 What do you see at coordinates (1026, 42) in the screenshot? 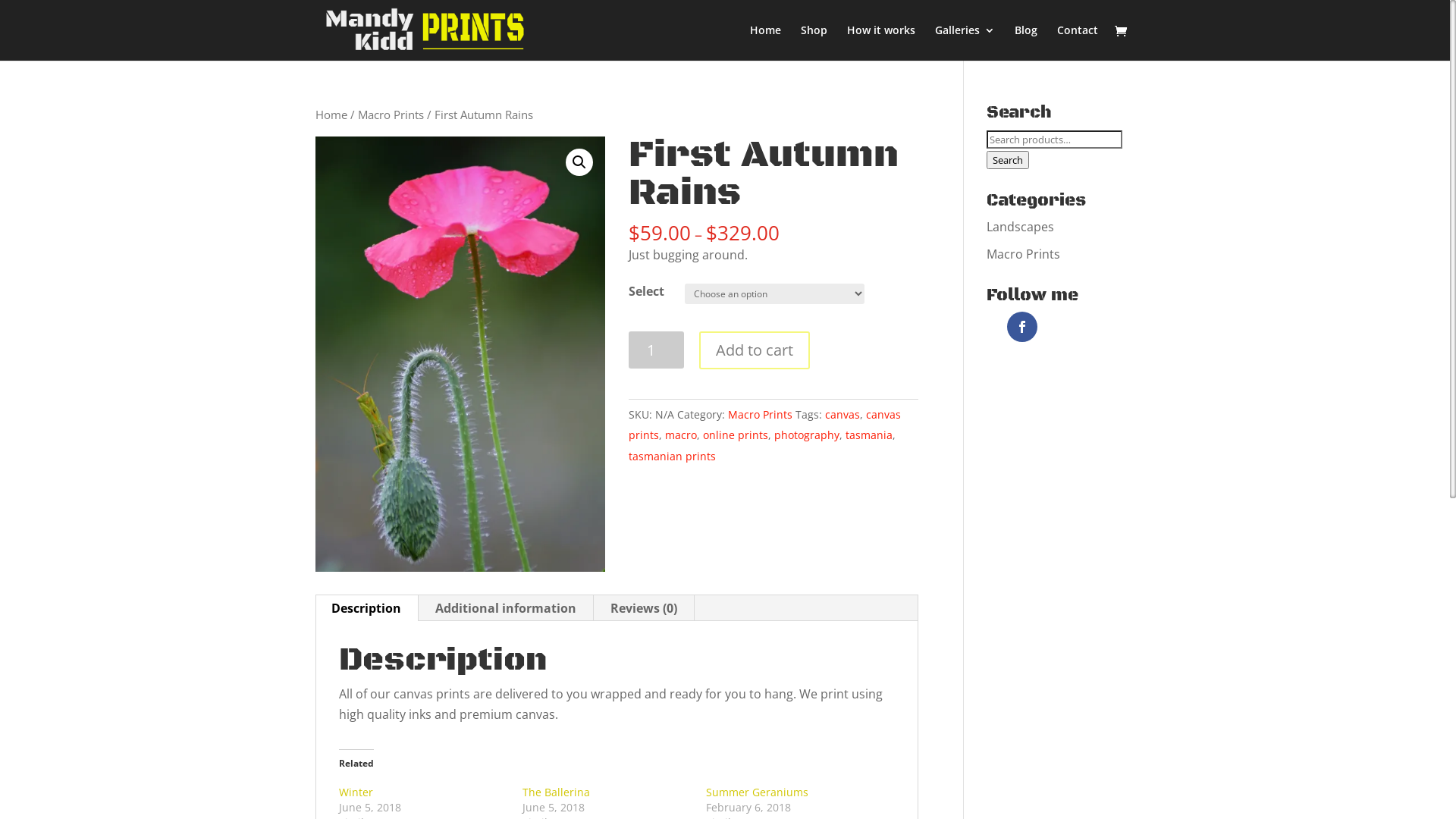
I see `'Blog'` at bounding box center [1026, 42].